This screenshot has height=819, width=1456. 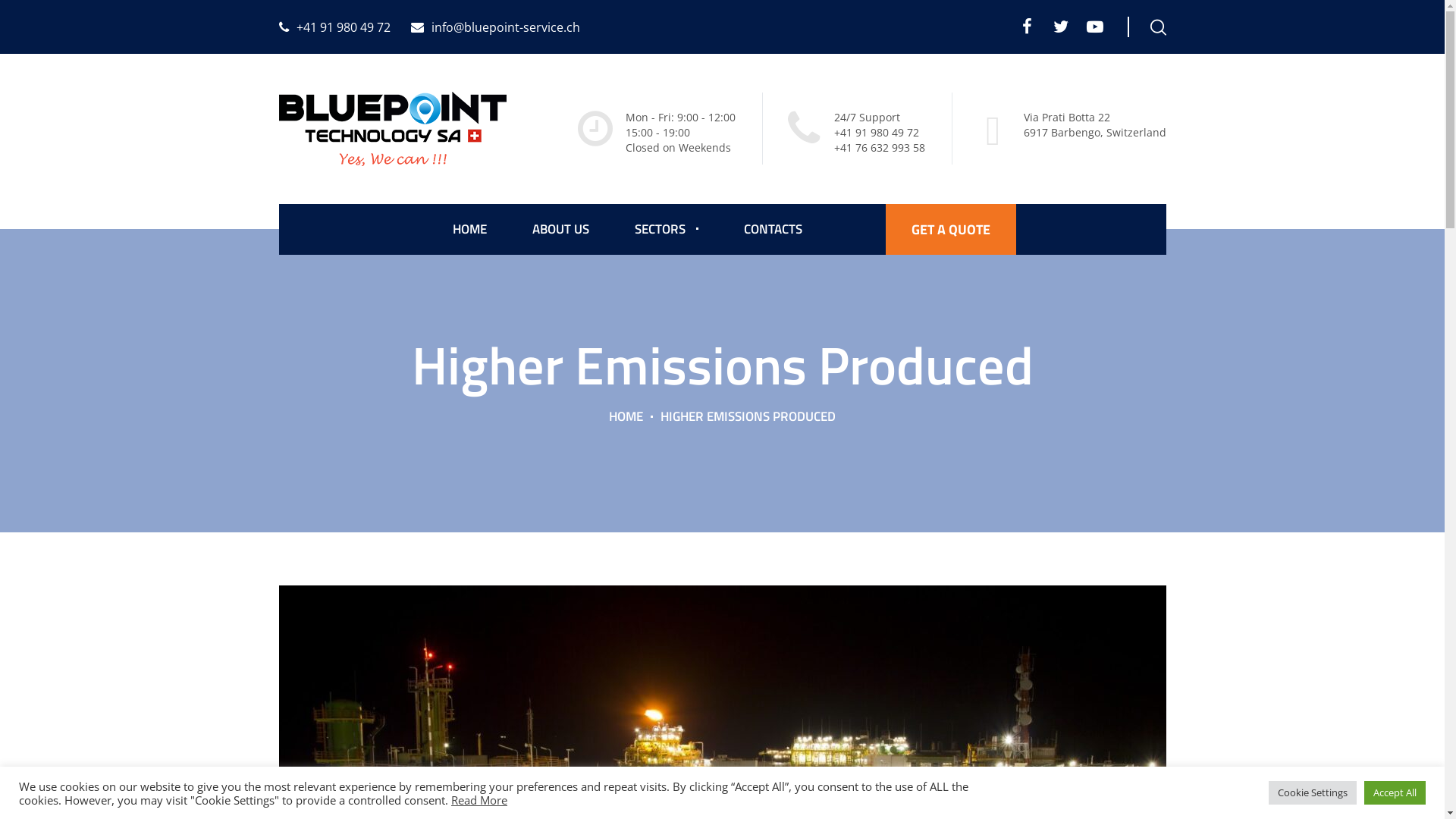 What do you see at coordinates (1095, 26) in the screenshot?
I see `'Youtube'` at bounding box center [1095, 26].